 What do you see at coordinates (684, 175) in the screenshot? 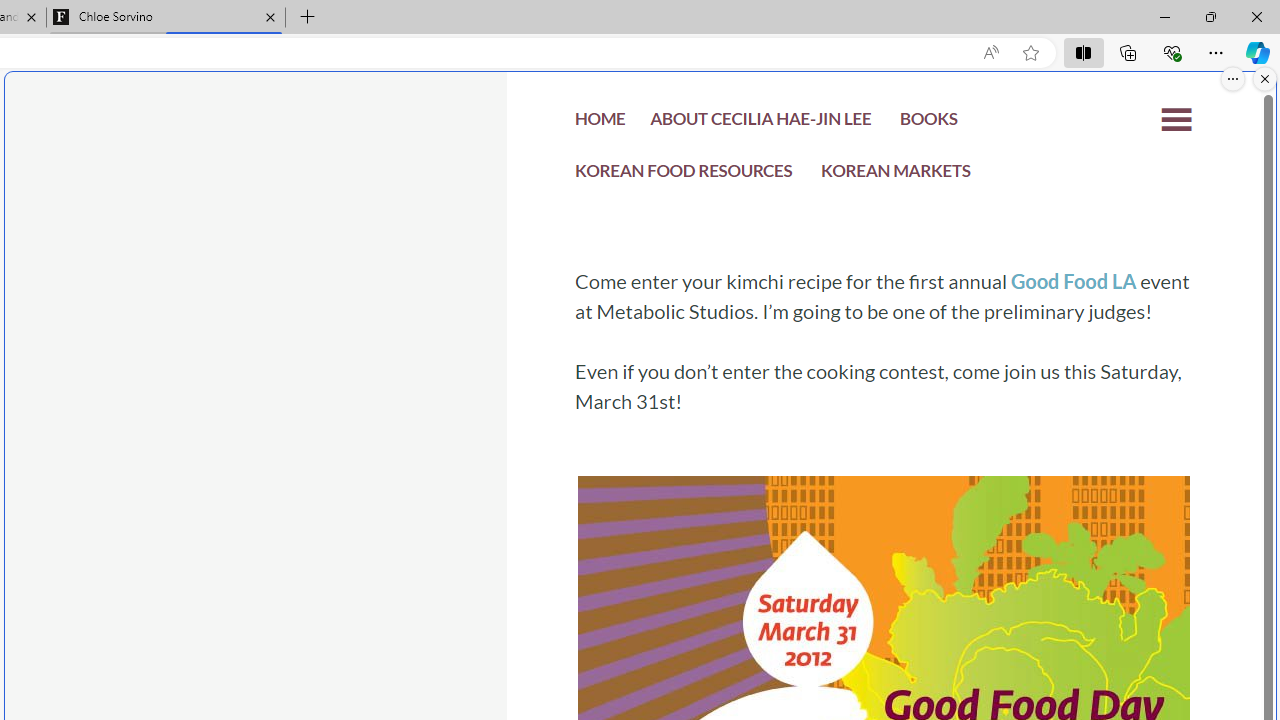
I see `'KOREAN FOOD RESOURCES'` at bounding box center [684, 175].